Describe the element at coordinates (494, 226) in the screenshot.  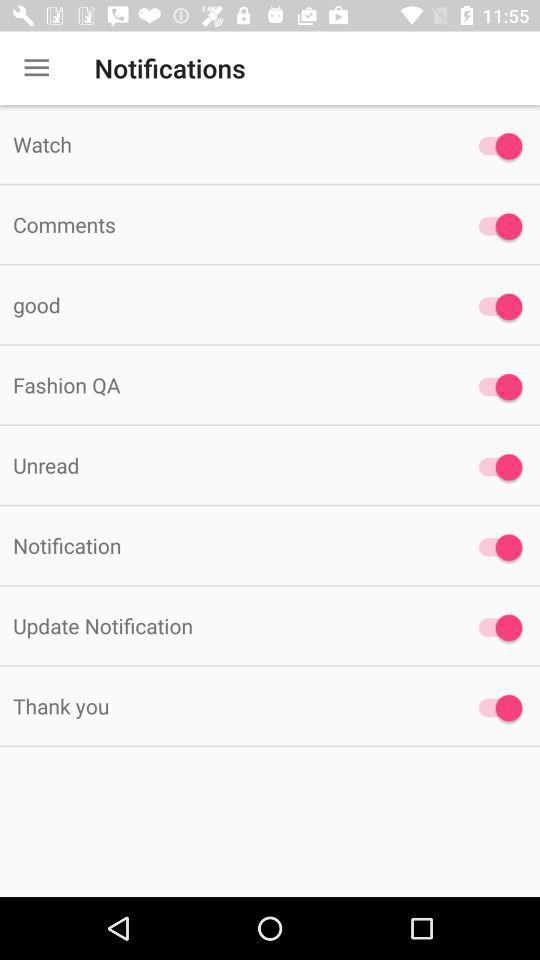
I see `comments on/off` at that location.